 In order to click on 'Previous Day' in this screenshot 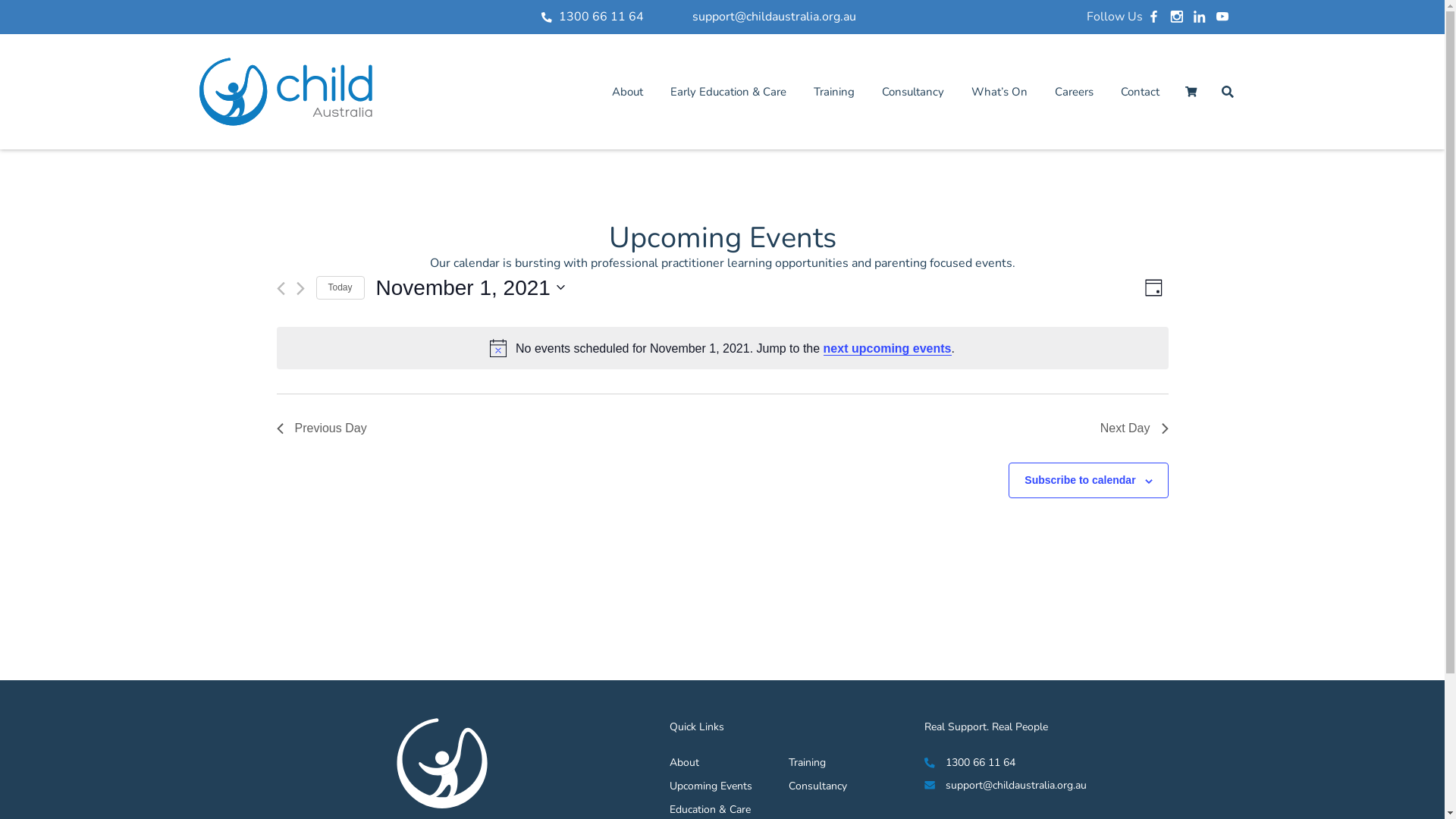, I will do `click(276, 428)`.